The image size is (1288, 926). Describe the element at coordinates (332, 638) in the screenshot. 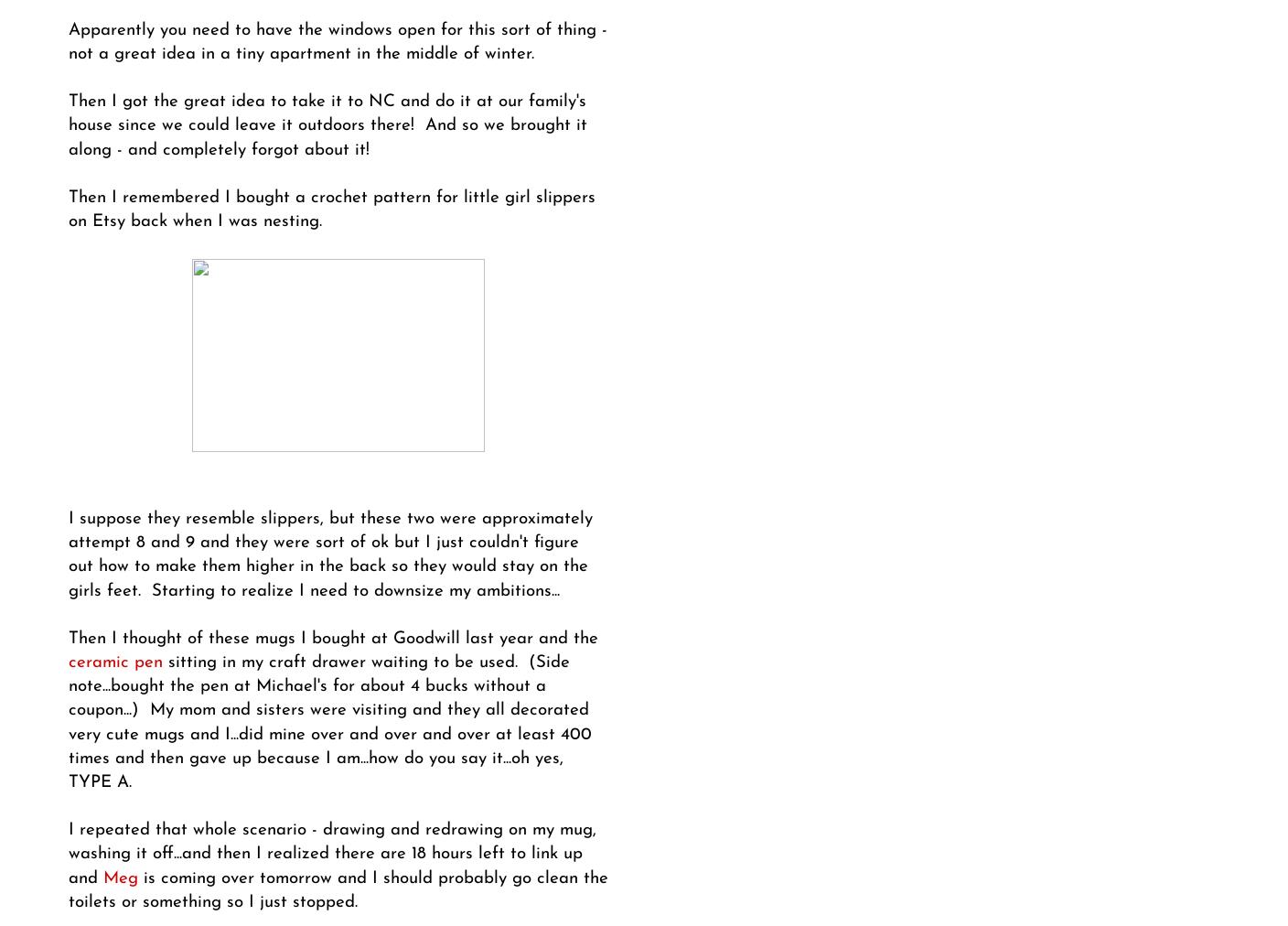

I see `'Then I thought of these mugs I bought at Goodwill last year and the'` at that location.